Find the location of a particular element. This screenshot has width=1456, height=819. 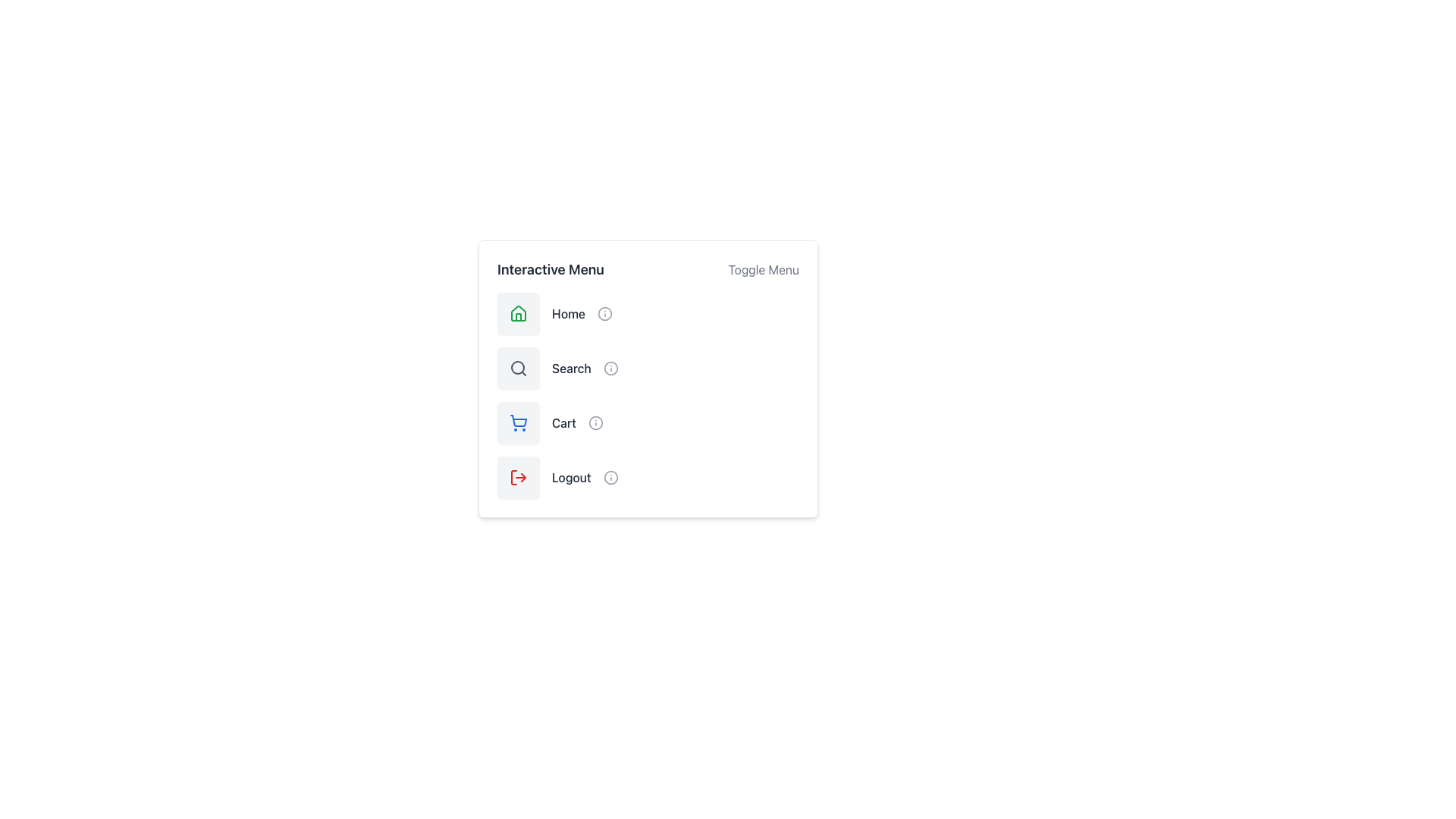

the circular icon located to the right of the 'Cart' label in the vertical menu layout, which is the third item from the top is located at coordinates (595, 423).